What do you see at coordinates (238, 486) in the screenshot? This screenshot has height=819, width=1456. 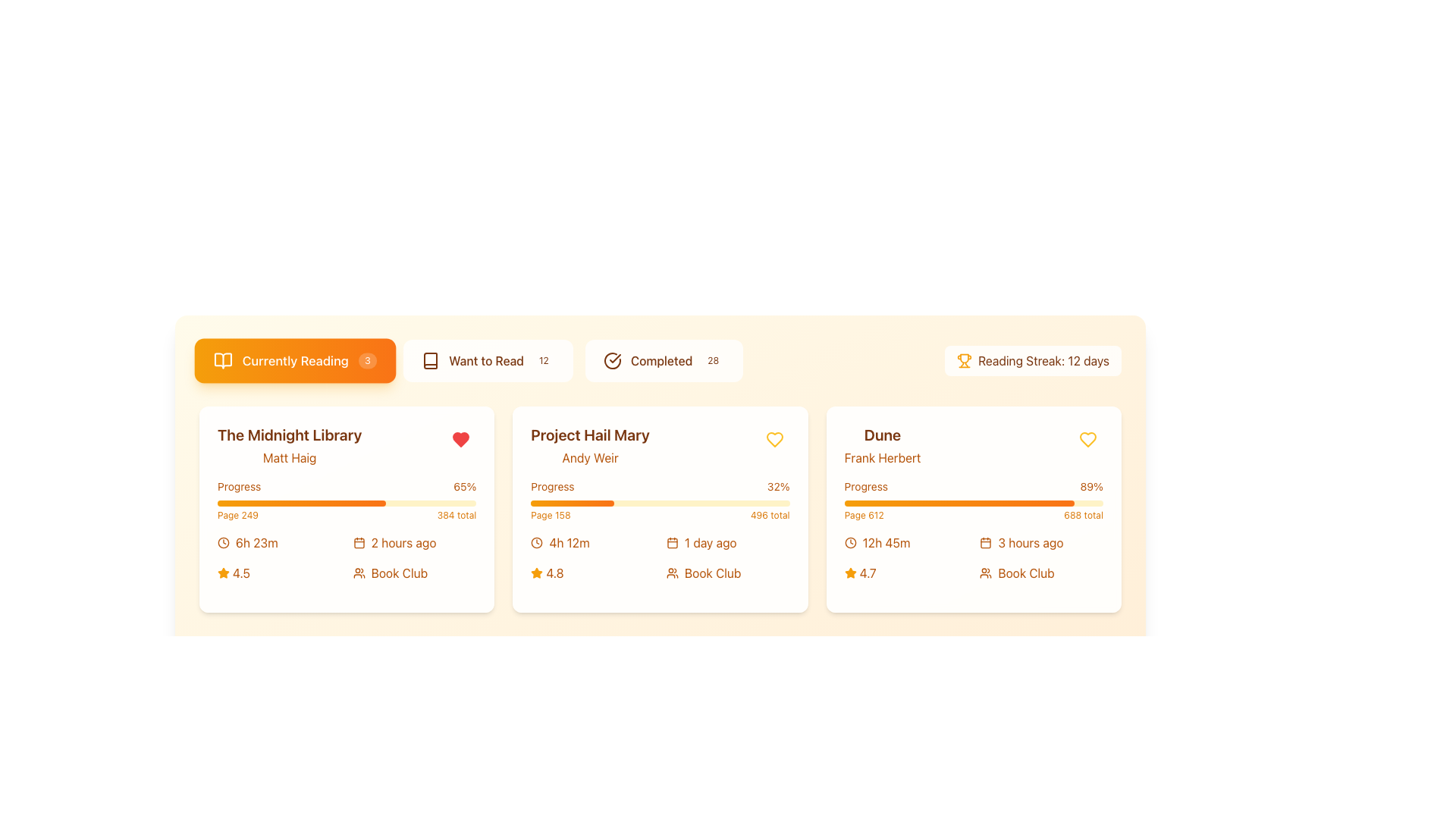 I see `the static text label indicating the reading completion percentage for 'The Midnight Library' located in the details panel` at bounding box center [238, 486].